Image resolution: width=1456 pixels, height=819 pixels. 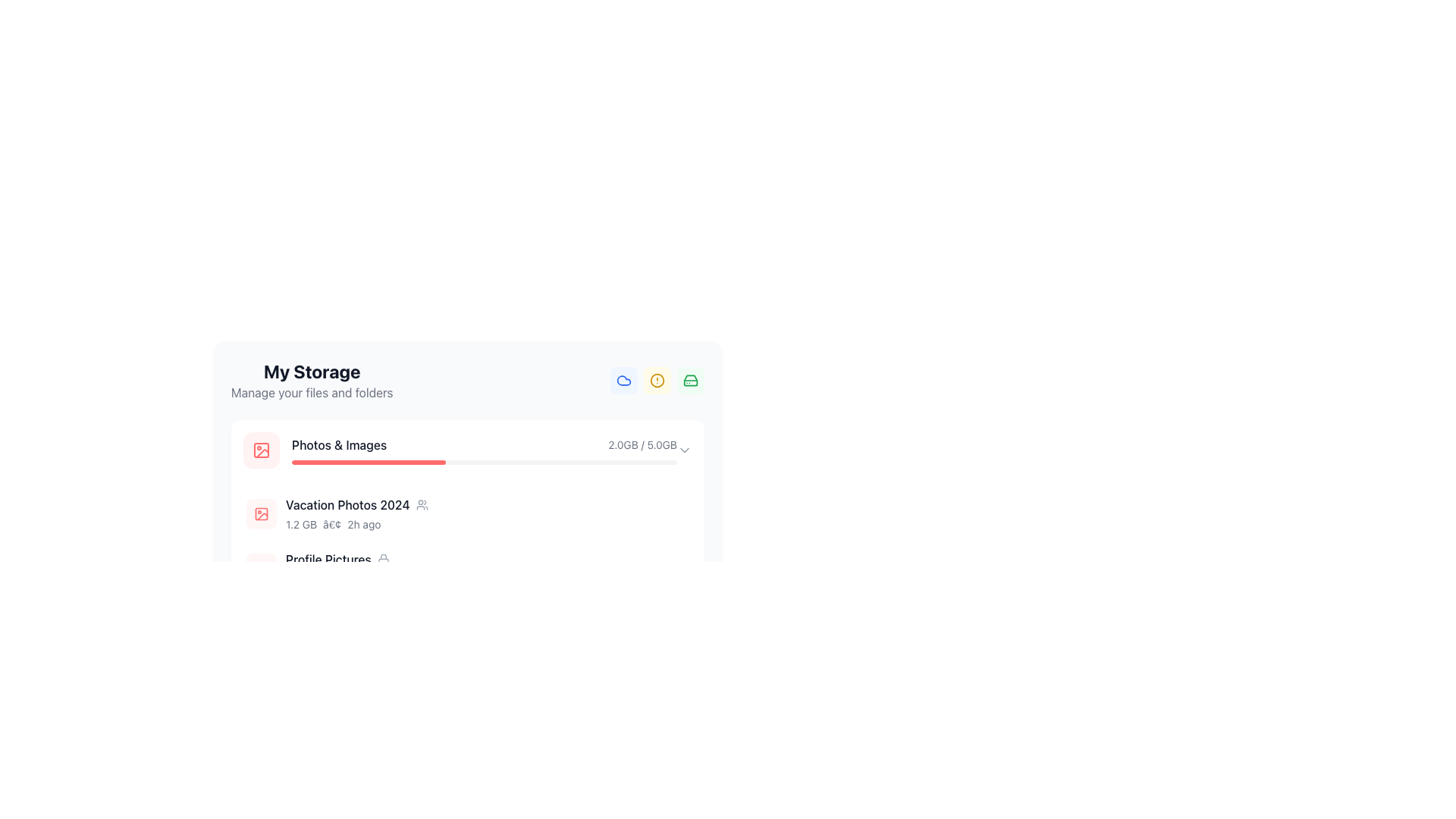 I want to click on the warning indicator icon located in the middle of three icons on the right side of the interface, so click(x=657, y=379).